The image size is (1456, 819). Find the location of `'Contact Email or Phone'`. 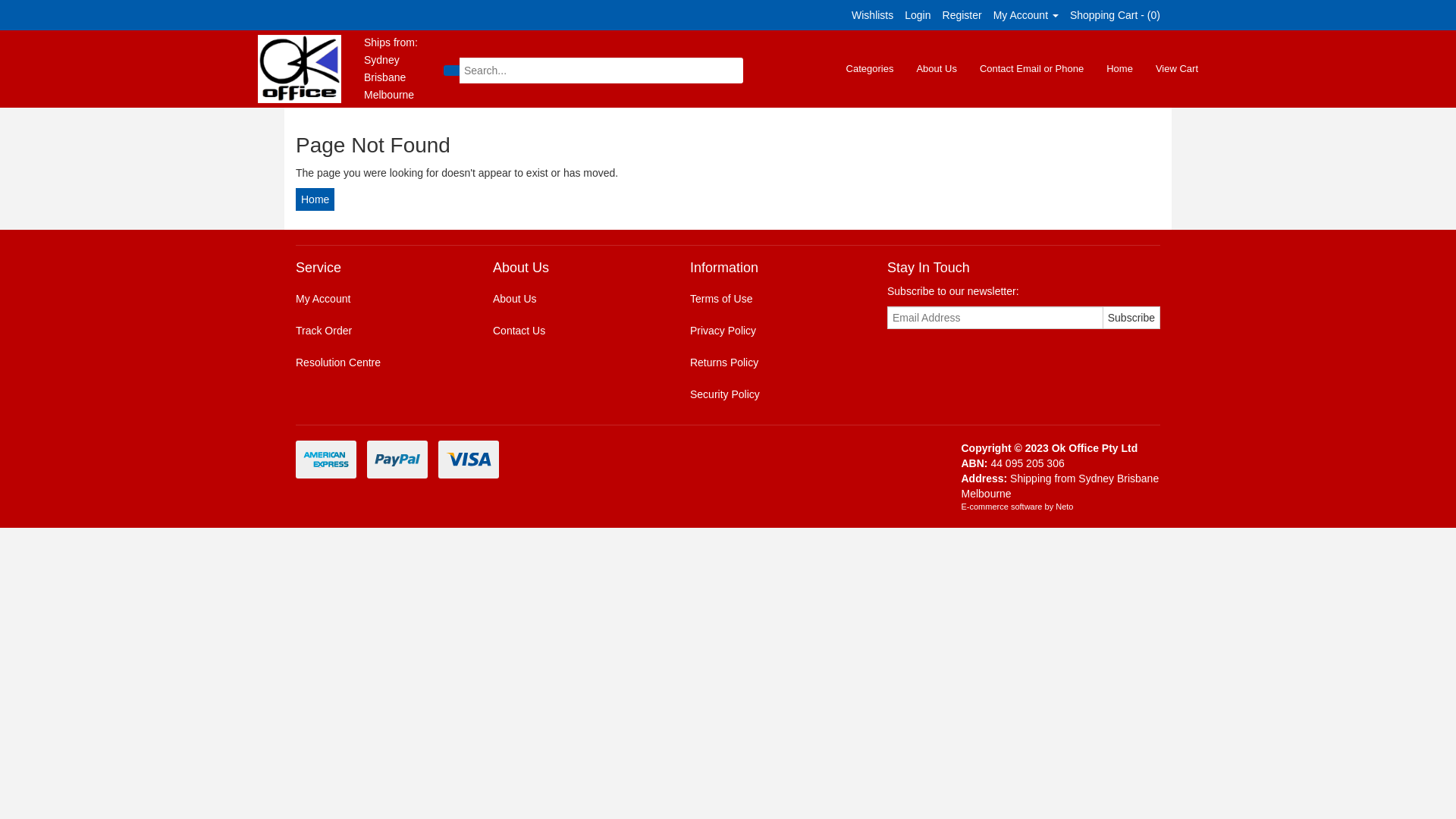

'Contact Email or Phone' is located at coordinates (1031, 69).